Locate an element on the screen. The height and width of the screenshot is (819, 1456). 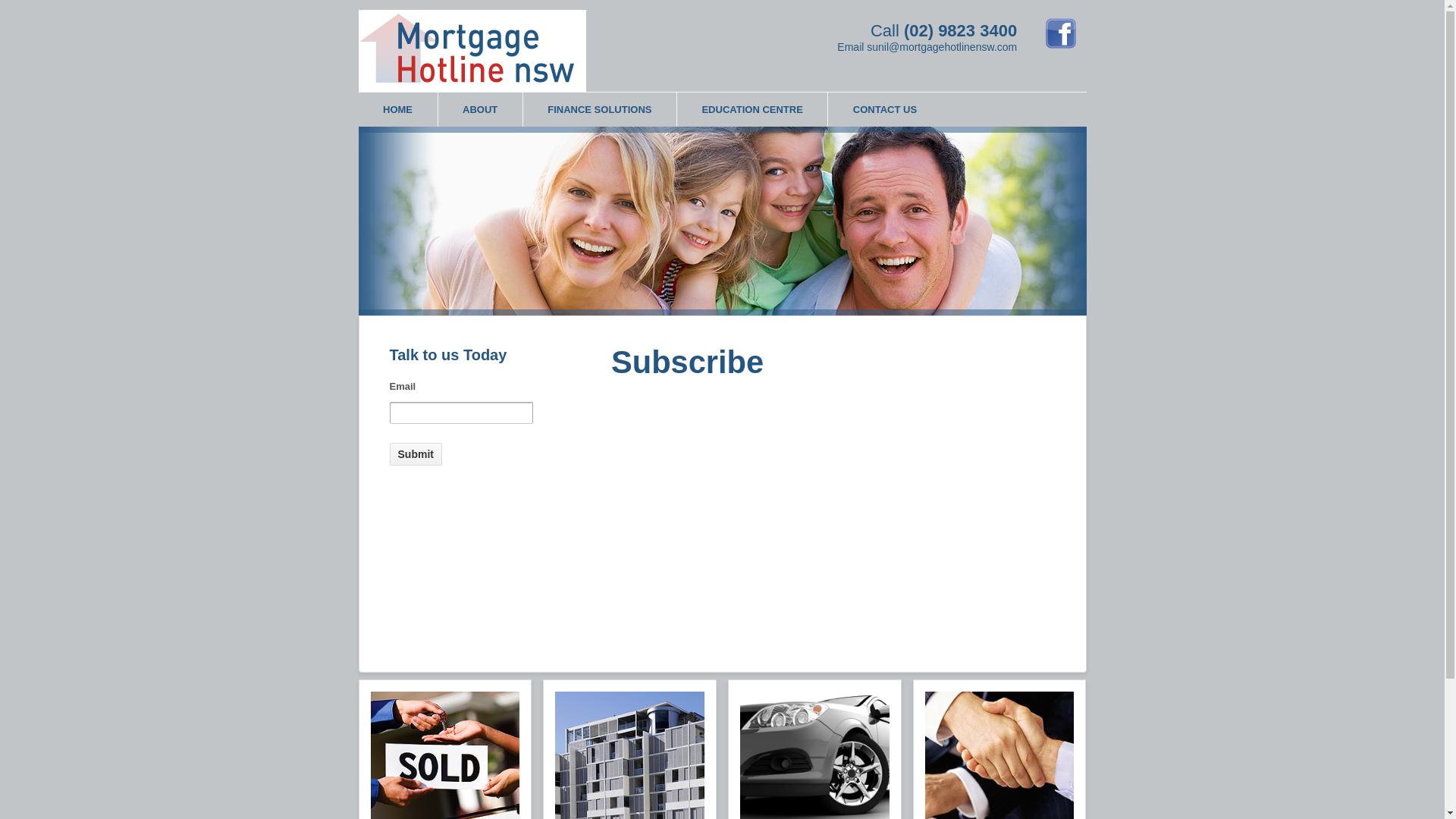
'HOME' is located at coordinates (356, 108).